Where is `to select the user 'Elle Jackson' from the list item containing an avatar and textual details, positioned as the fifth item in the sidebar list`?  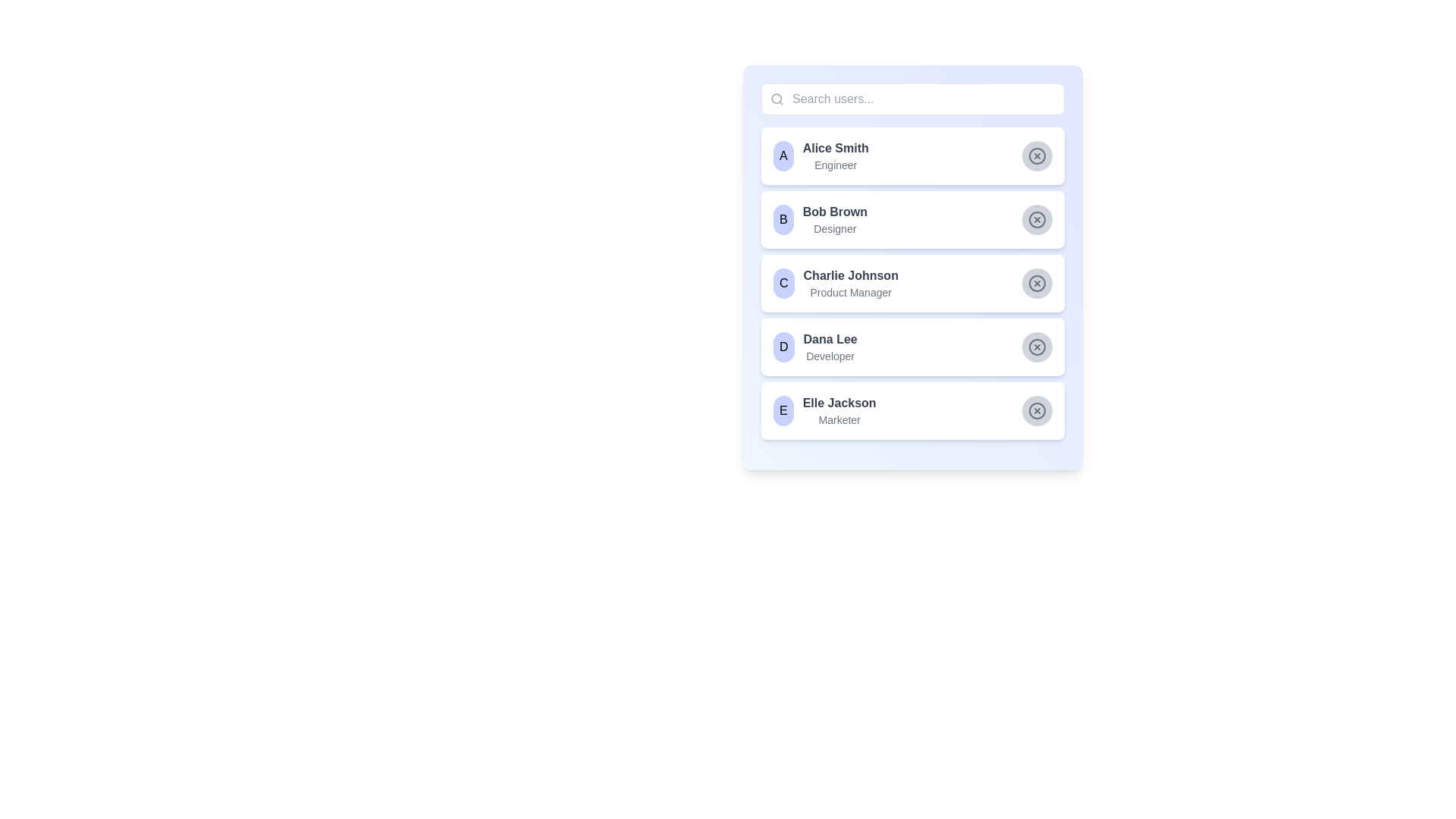 to select the user 'Elle Jackson' from the list item containing an avatar and textual details, positioned as the fifth item in the sidebar list is located at coordinates (824, 411).